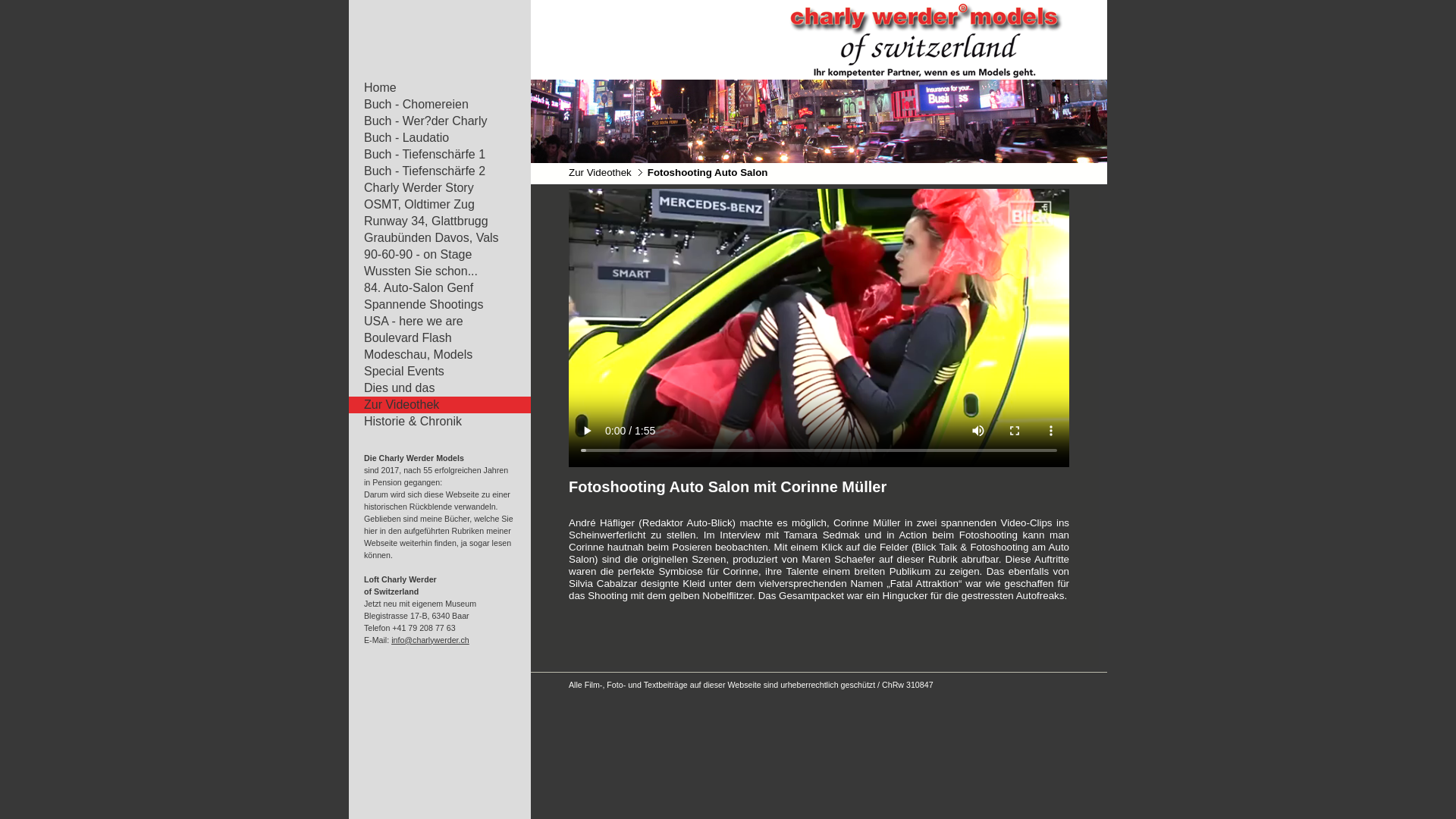 Image resolution: width=1456 pixels, height=819 pixels. I want to click on 'Buch - Laudatio', so click(431, 137).